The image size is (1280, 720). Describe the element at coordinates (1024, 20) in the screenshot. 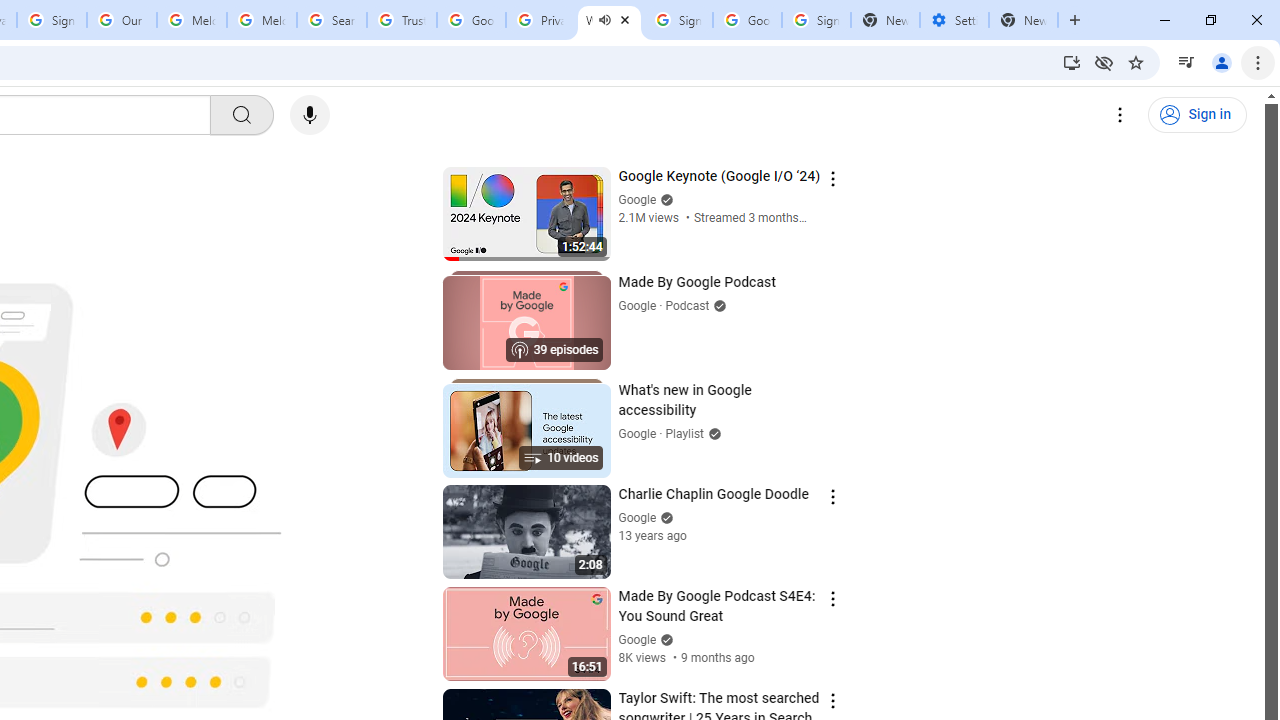

I see `'New Tab'` at that location.